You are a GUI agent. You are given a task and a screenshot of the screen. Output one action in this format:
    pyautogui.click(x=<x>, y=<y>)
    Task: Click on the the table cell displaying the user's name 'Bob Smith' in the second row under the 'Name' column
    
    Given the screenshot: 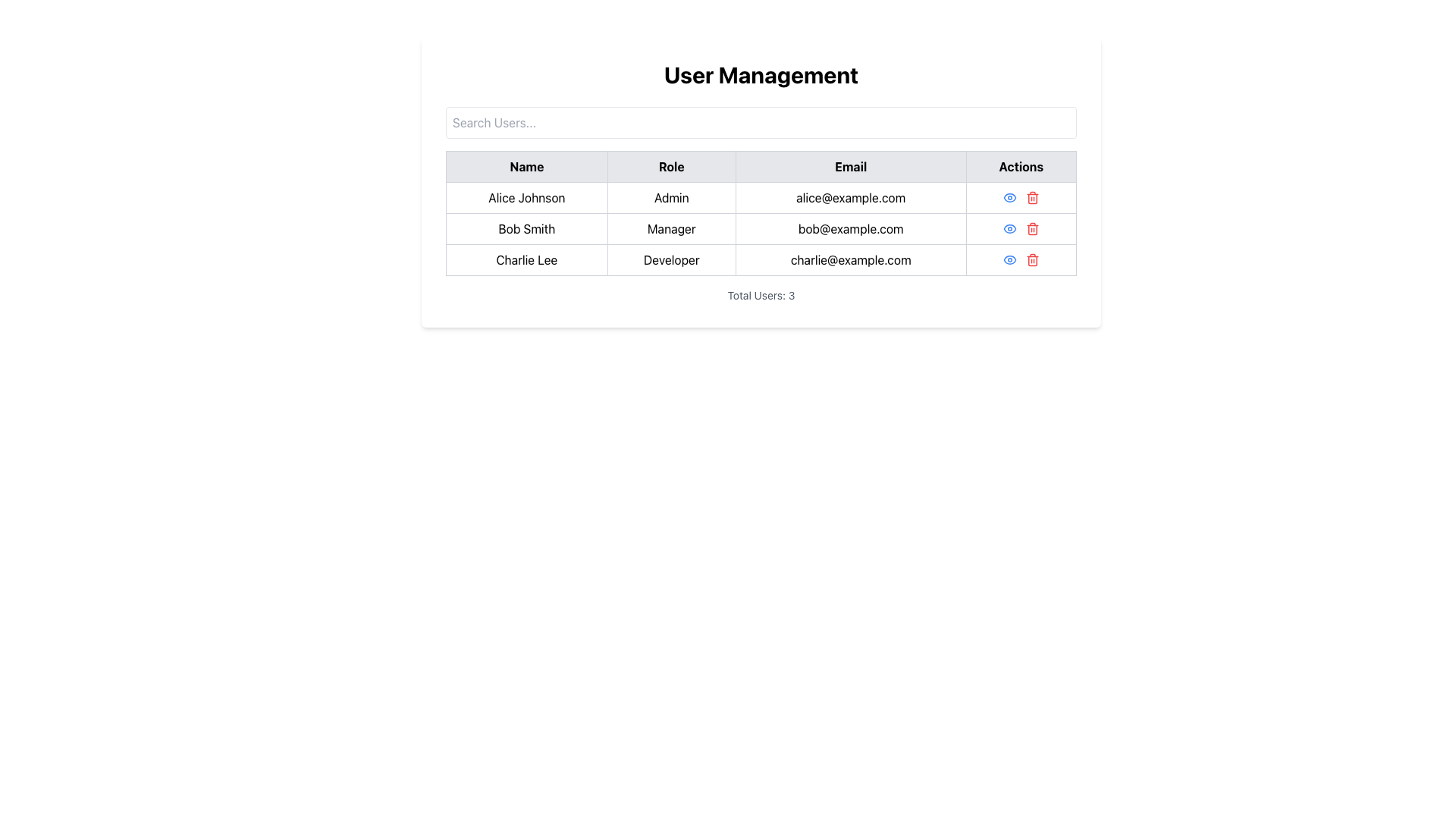 What is the action you would take?
    pyautogui.click(x=526, y=228)
    